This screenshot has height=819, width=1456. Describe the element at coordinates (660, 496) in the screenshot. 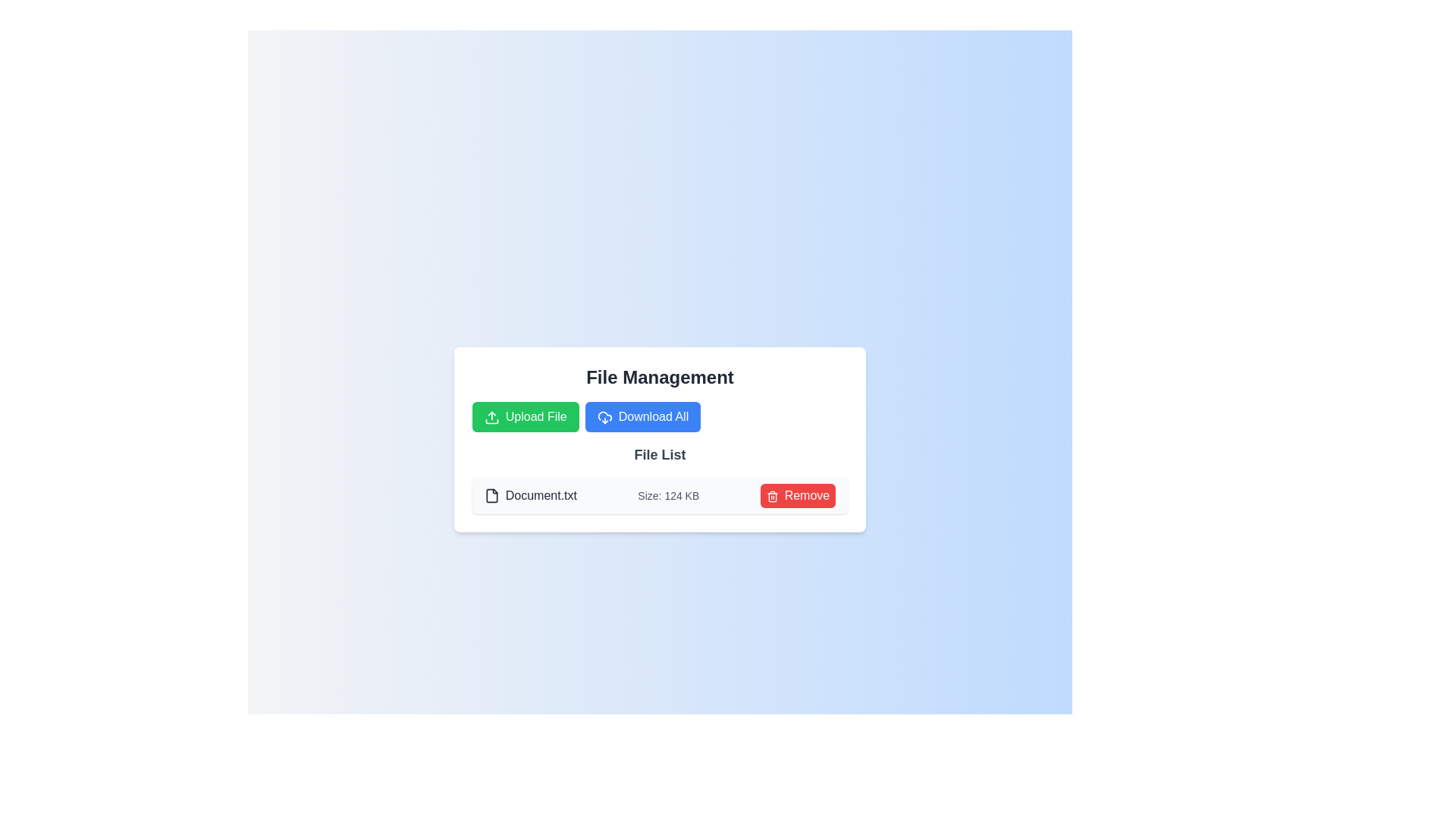

I see `the file entry in the 'File List' section which displays the filename, size, and includes a 'Remove' button` at that location.